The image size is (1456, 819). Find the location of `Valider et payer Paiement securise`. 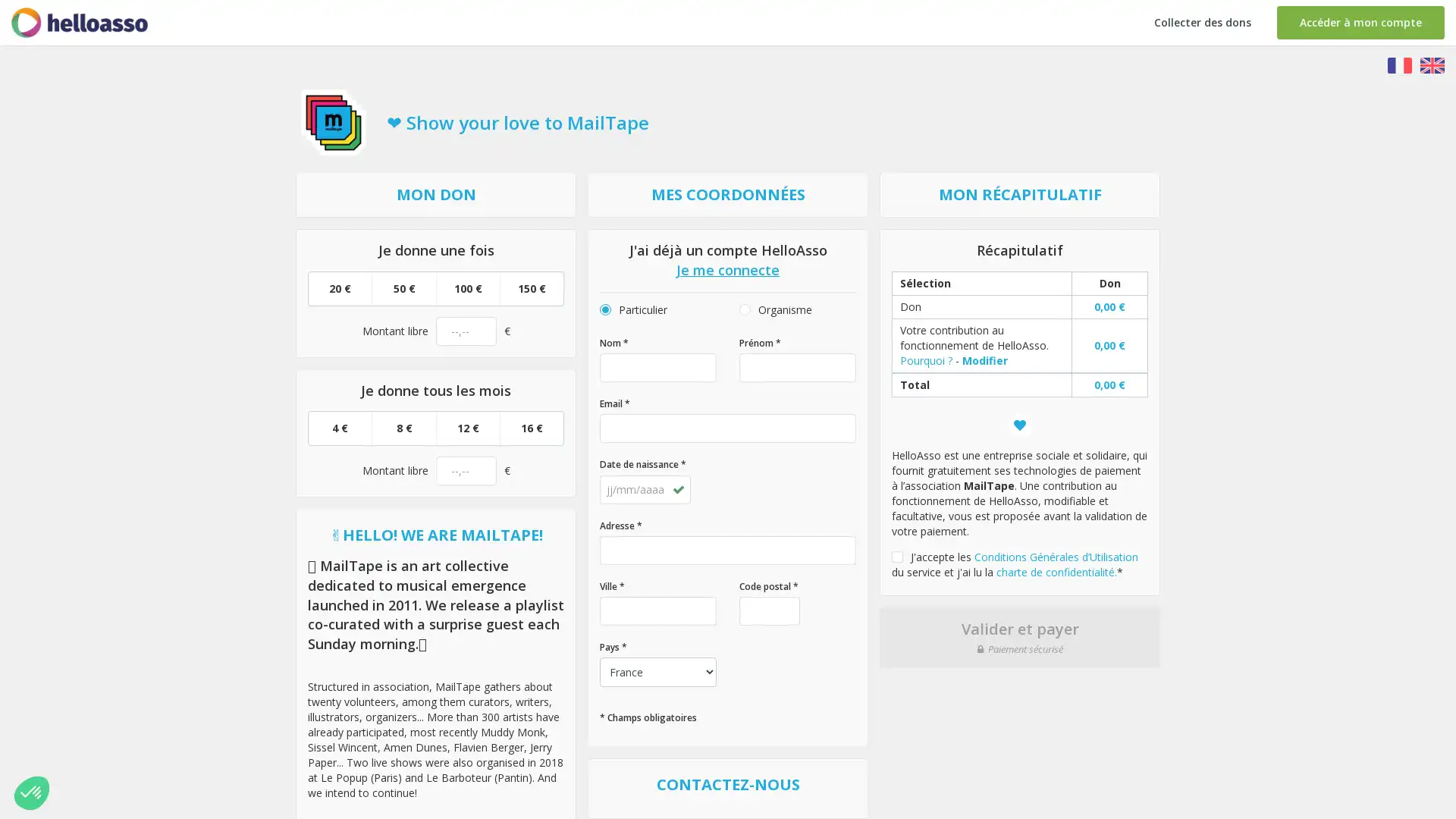

Valider et payer Paiement securise is located at coordinates (1019, 637).